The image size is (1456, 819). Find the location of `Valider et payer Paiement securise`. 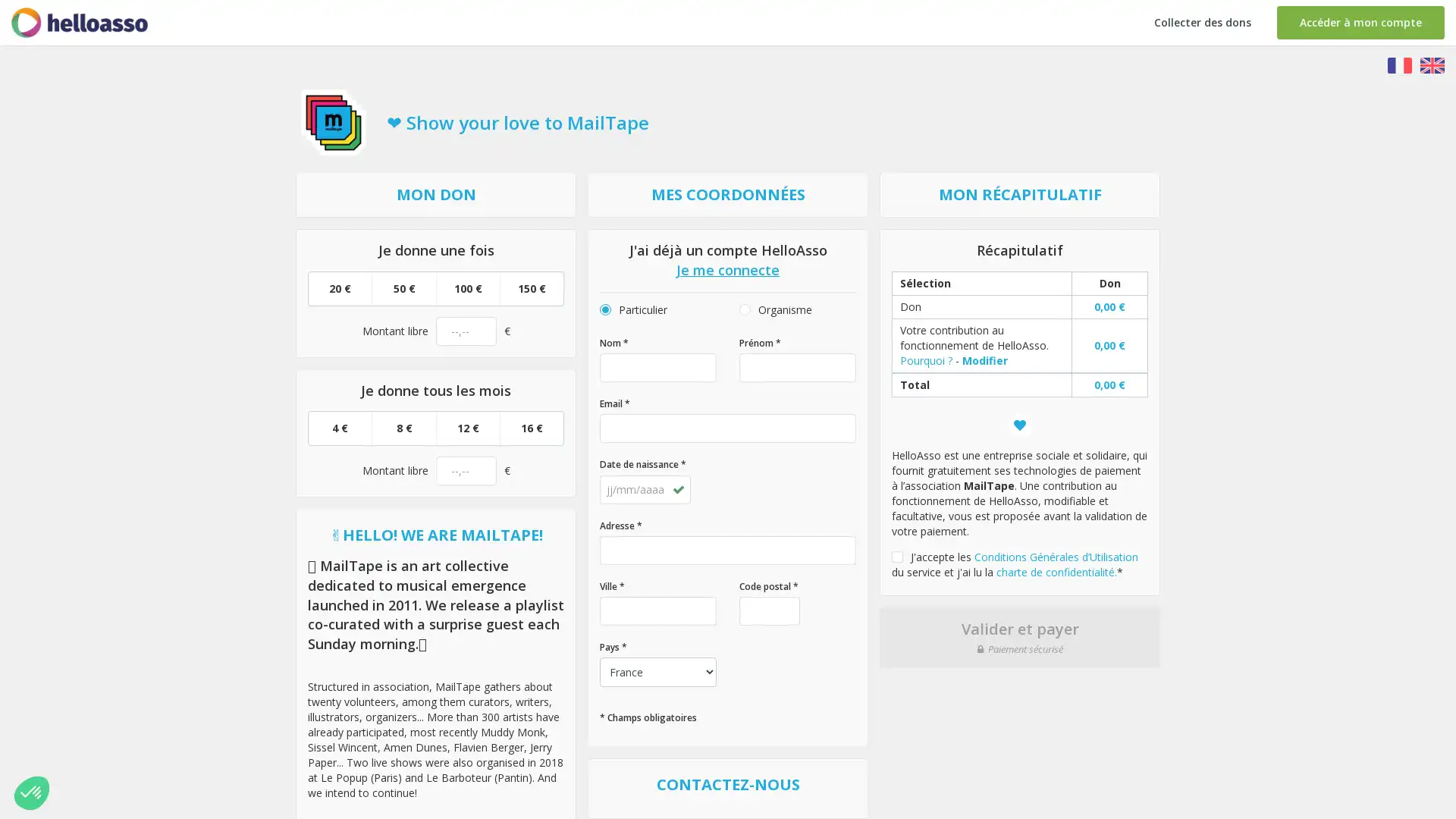

Valider et payer Paiement securise is located at coordinates (1019, 637).